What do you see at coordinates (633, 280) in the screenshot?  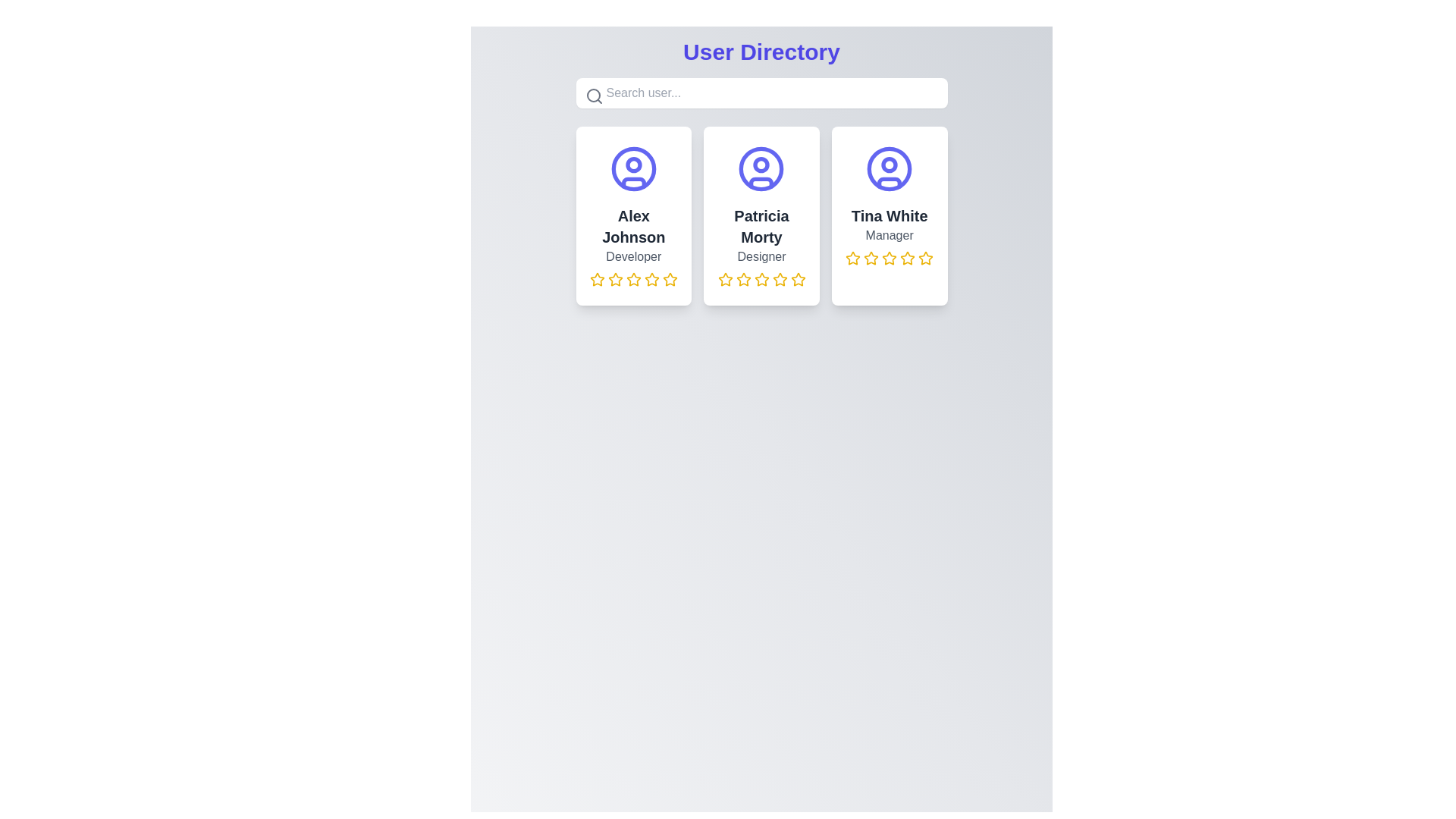 I see `the fourth star in the set of five stars under the card for user 'Alex Johnson' in the 'User Directory' interface to rate it` at bounding box center [633, 280].